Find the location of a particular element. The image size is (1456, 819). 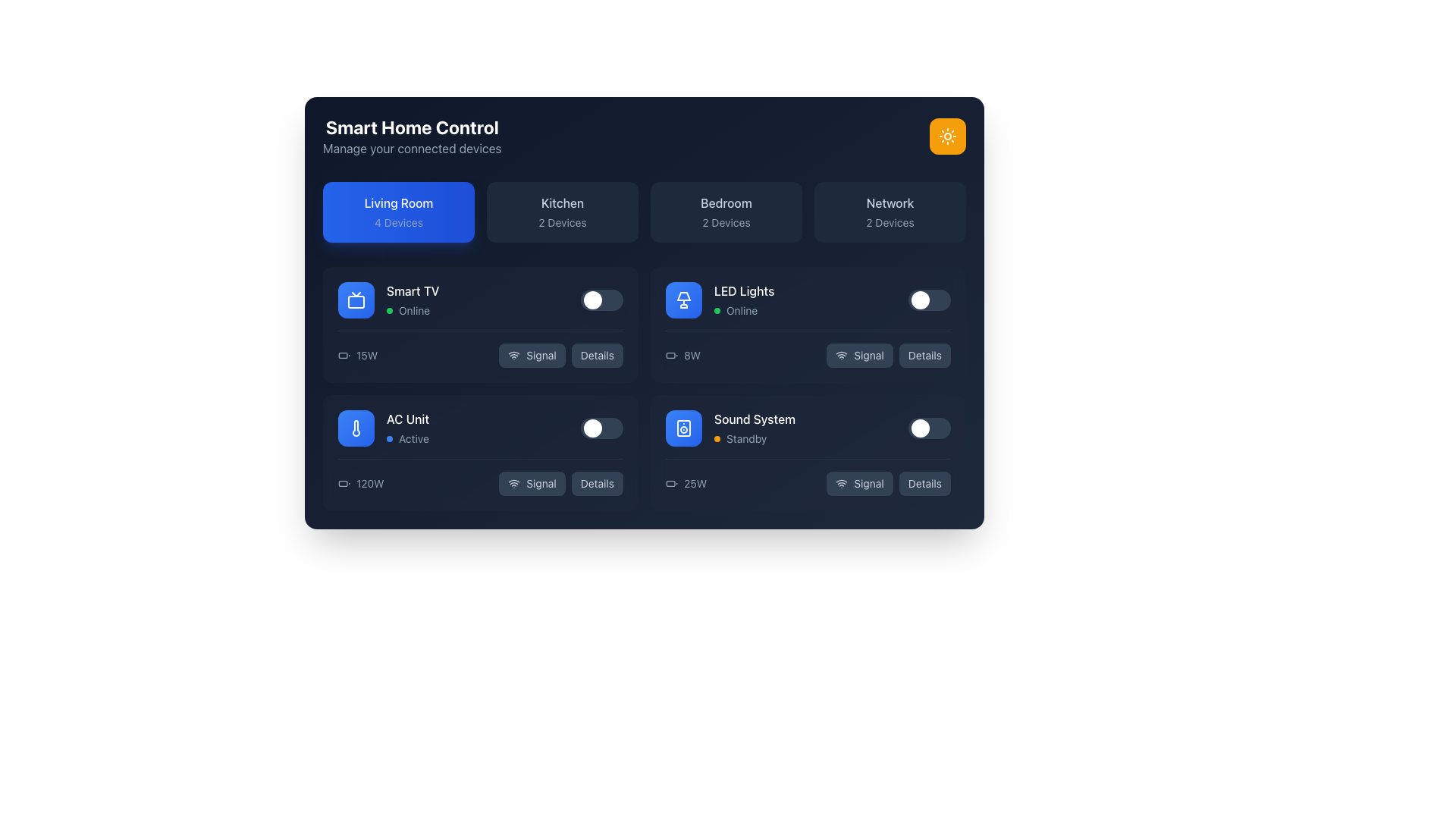

the Button with an icon representing the 'AC Unit' in the 'Smart Home Control' interface, located in the lower row of the main content area is located at coordinates (356, 428).